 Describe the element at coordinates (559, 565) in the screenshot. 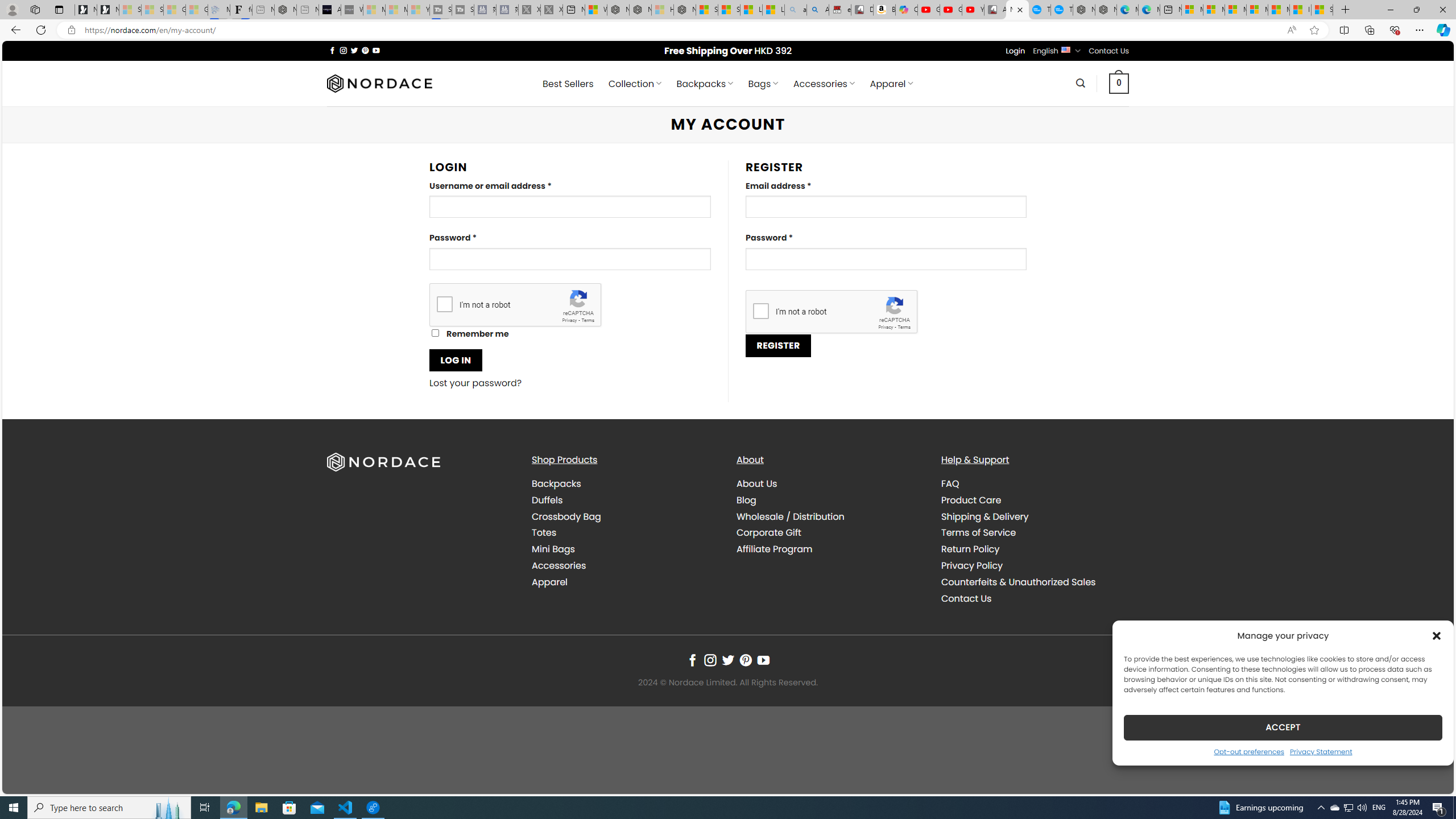

I see `'Accessories'` at that location.